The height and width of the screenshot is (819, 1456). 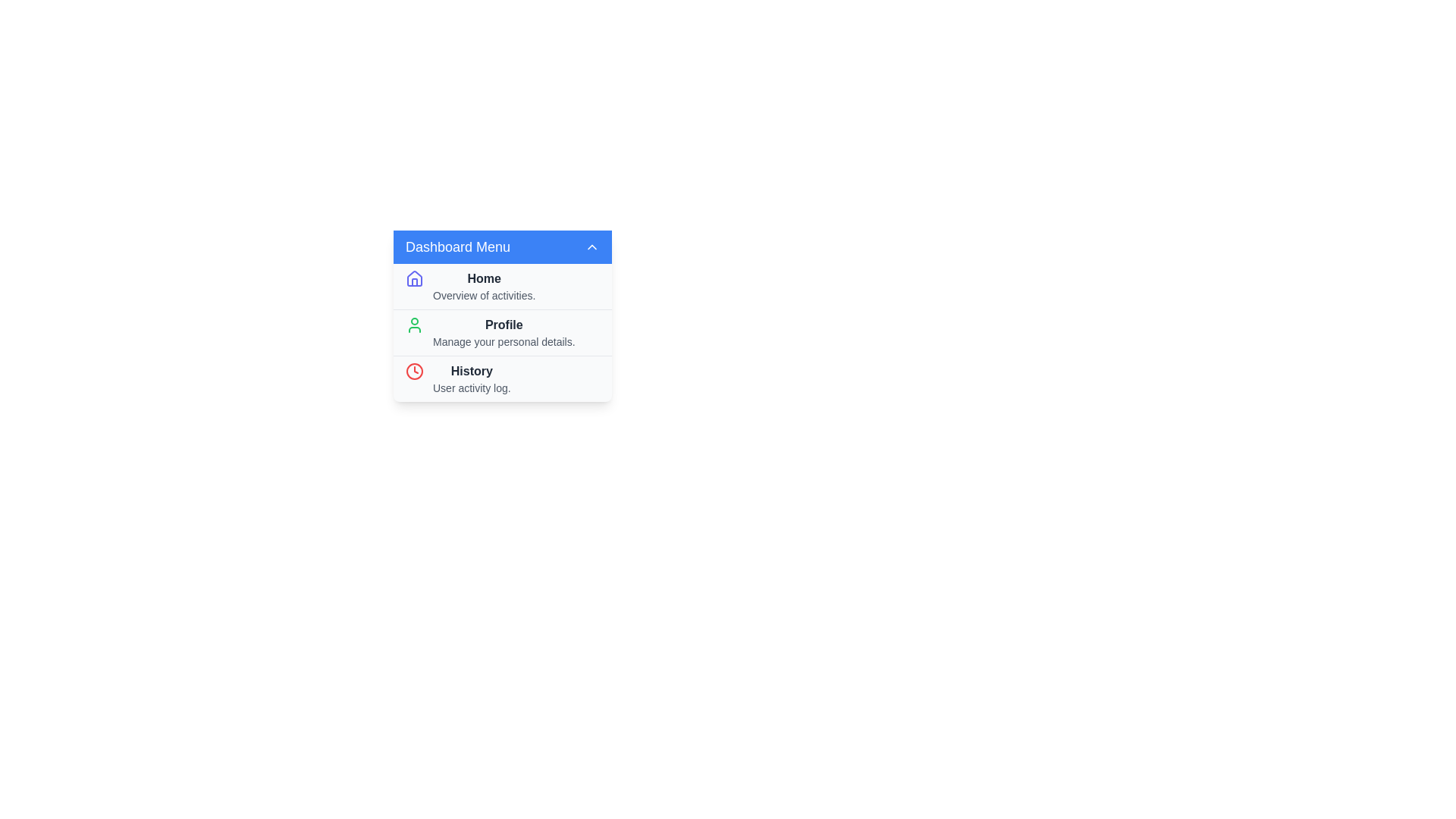 I want to click on the 'Home' text element in the 'Dashboard Menu' dropdown, which is the first item displaying 'Home' in bold black font and 'Overview of activities.' in smaller gray font, so click(x=483, y=287).